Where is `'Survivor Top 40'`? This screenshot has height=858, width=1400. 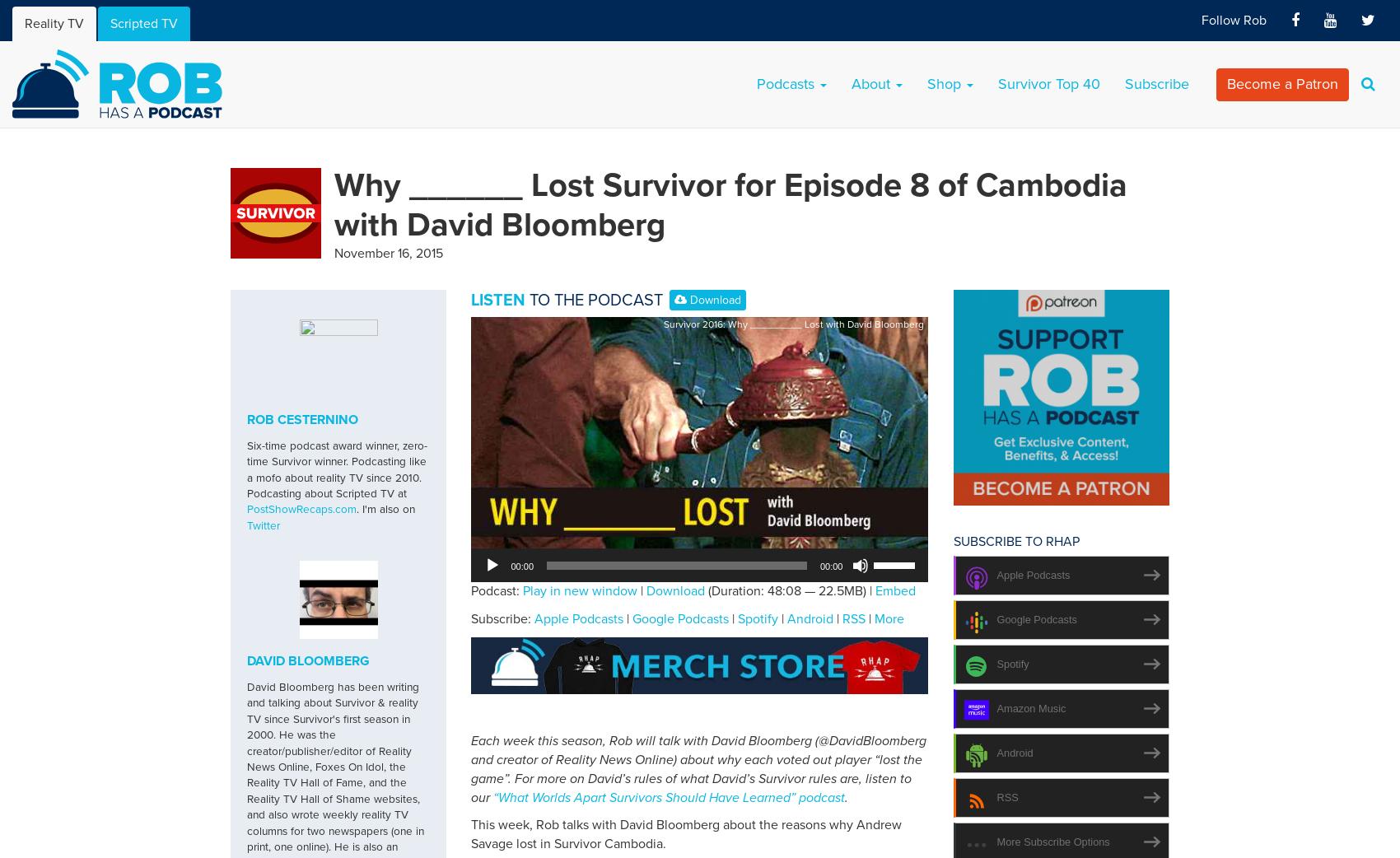
'Survivor Top 40' is located at coordinates (1048, 84).